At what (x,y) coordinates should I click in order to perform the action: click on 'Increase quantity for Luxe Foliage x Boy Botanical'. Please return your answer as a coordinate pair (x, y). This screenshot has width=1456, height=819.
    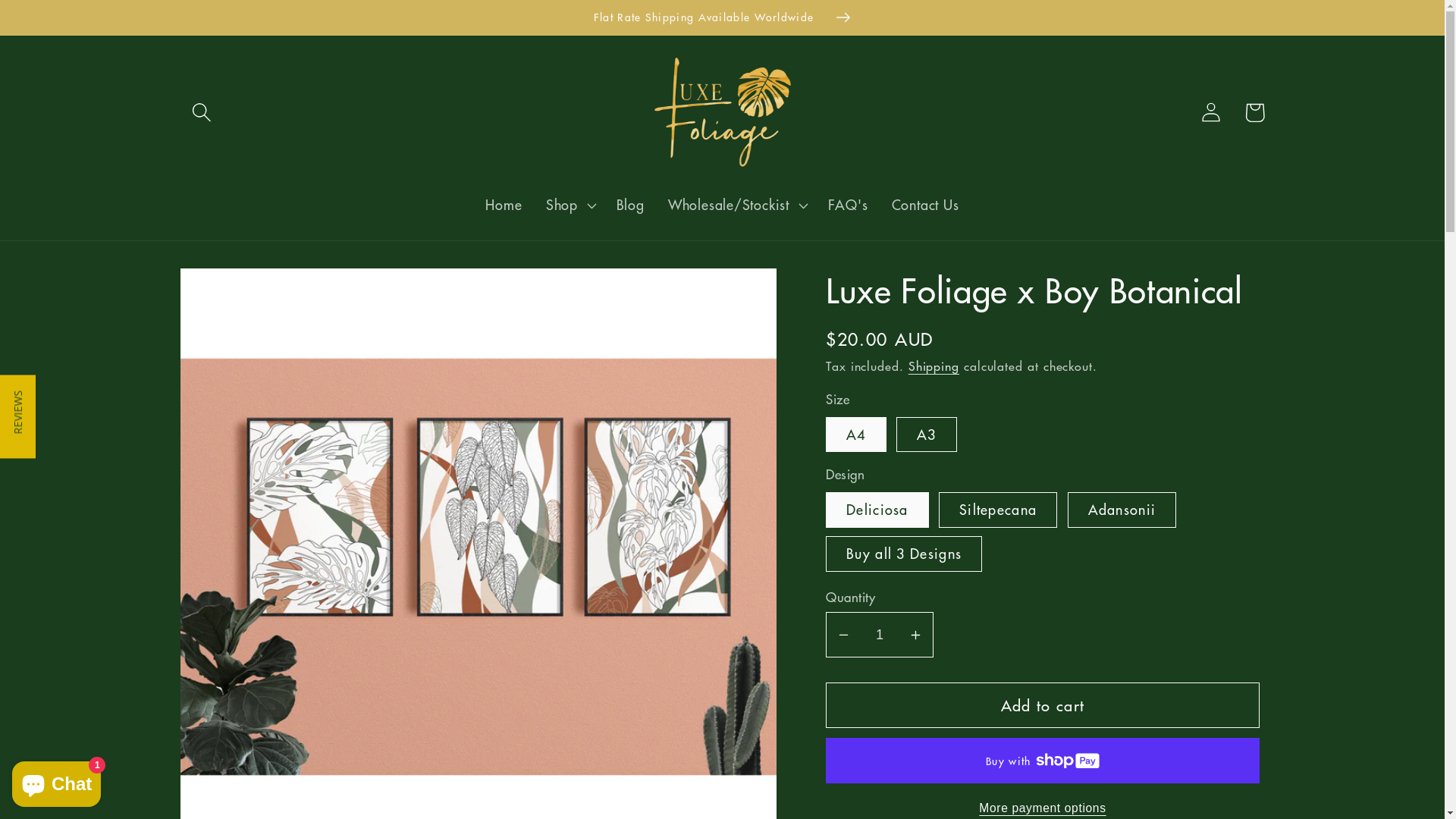
    Looking at the image, I should click on (899, 635).